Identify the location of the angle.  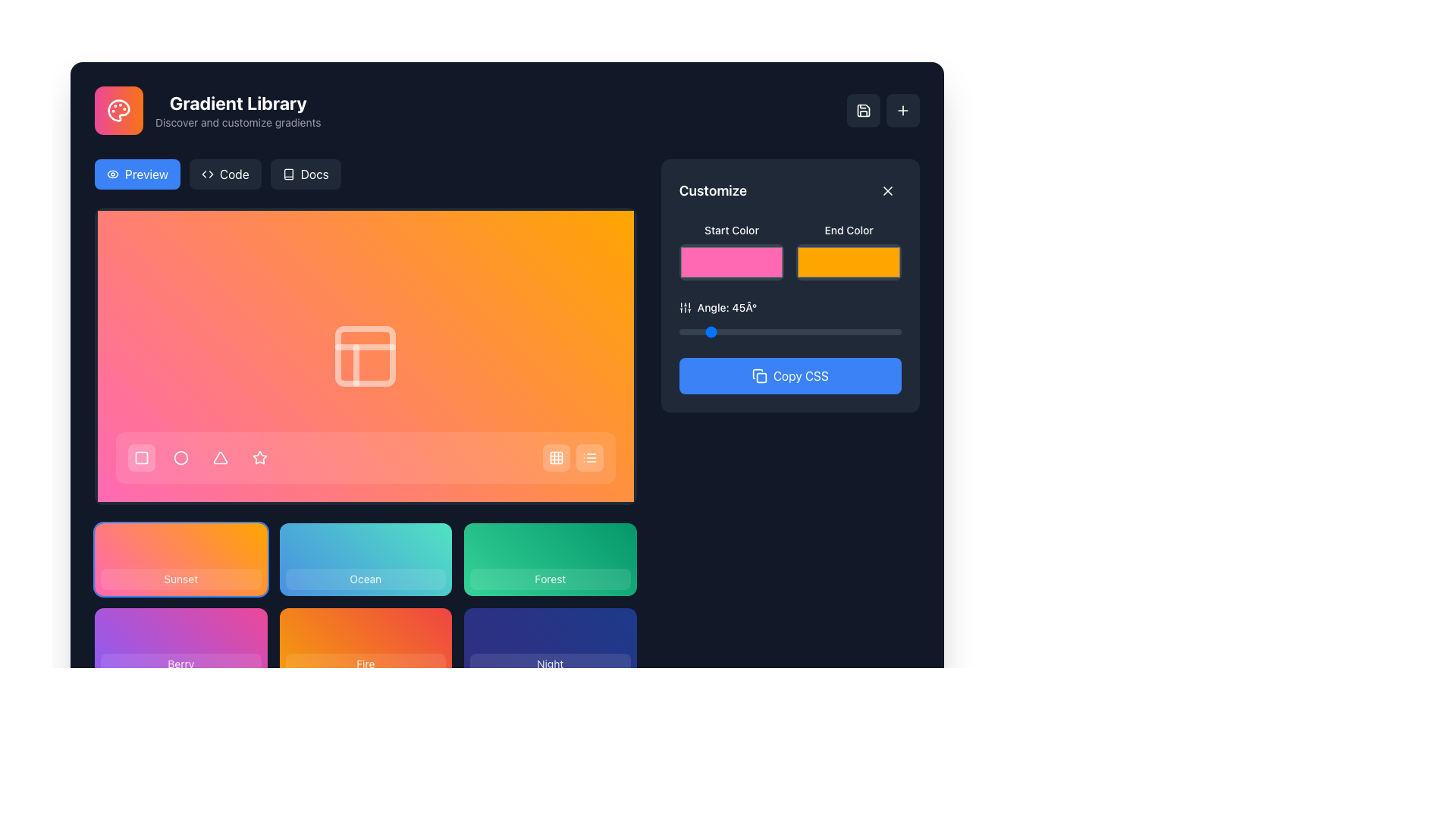
(788, 331).